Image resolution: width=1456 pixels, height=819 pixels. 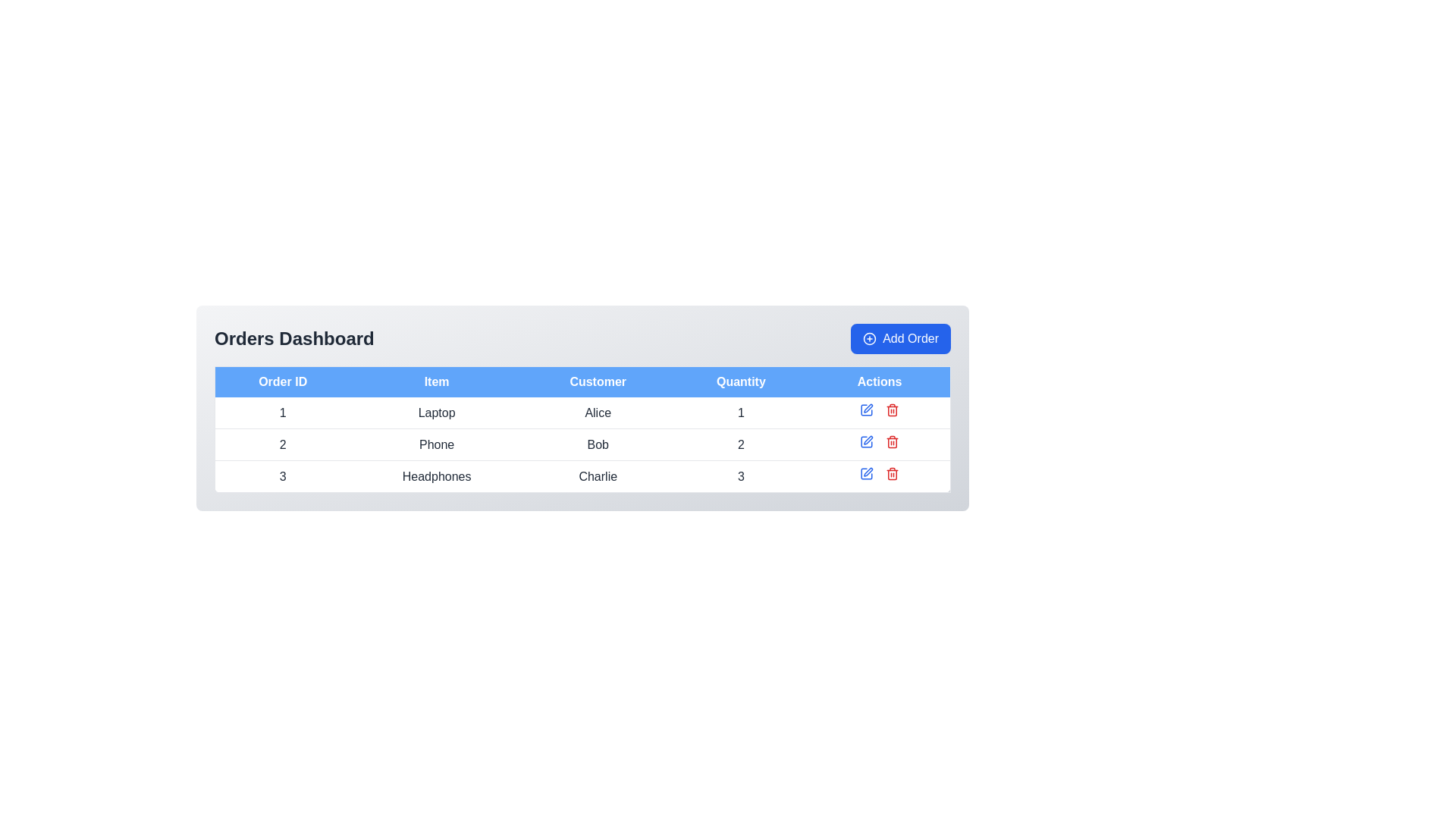 What do you see at coordinates (868, 440) in the screenshot?
I see `the edit button icon, which is a colorless vector graphic resembling a pen or pencil, located in the 'Actions' column on the rightmost side of the table row` at bounding box center [868, 440].